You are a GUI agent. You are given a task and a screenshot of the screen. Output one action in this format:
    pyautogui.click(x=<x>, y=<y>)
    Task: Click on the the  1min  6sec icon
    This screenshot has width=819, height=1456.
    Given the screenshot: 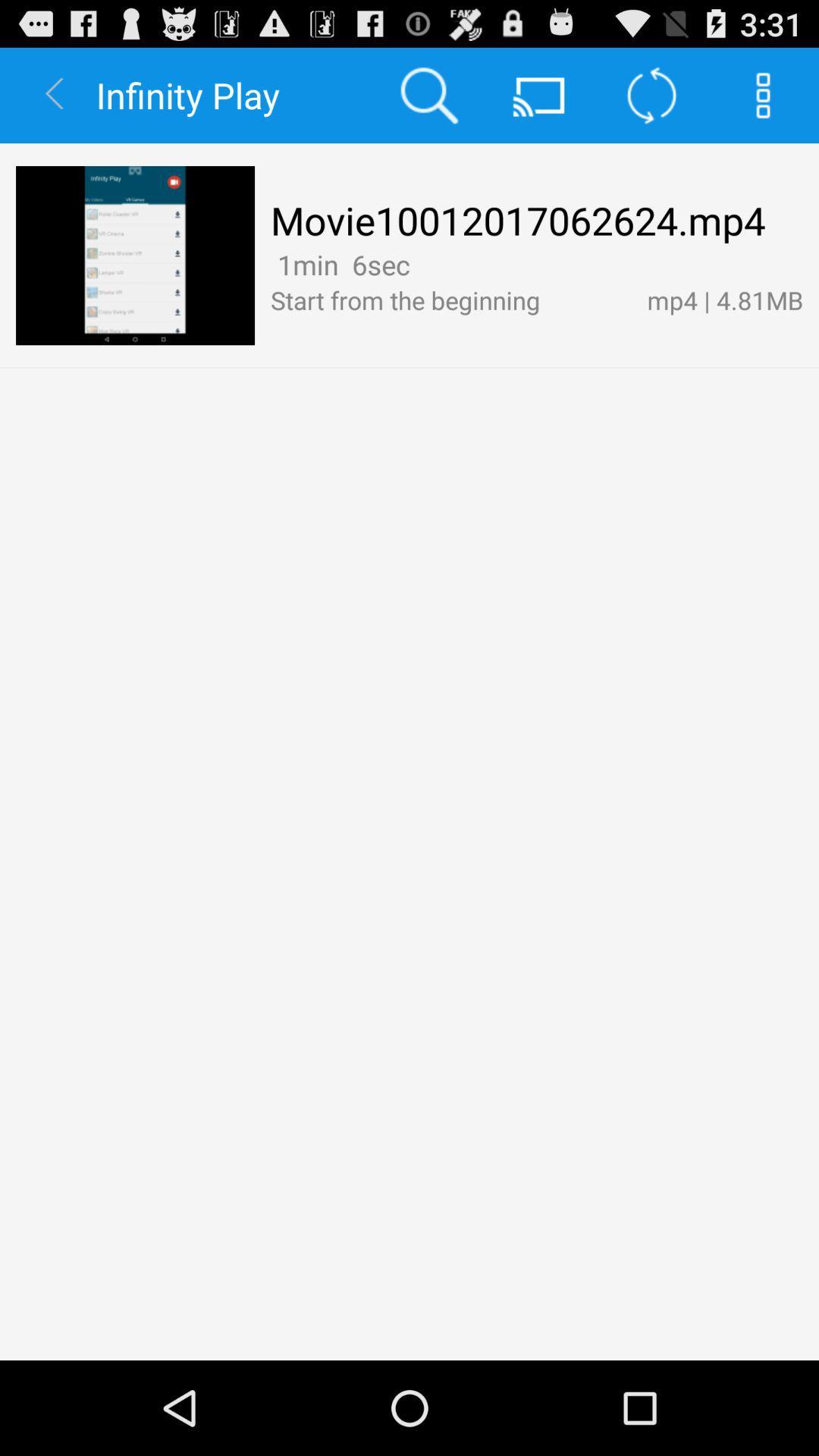 What is the action you would take?
    pyautogui.click(x=339, y=265)
    